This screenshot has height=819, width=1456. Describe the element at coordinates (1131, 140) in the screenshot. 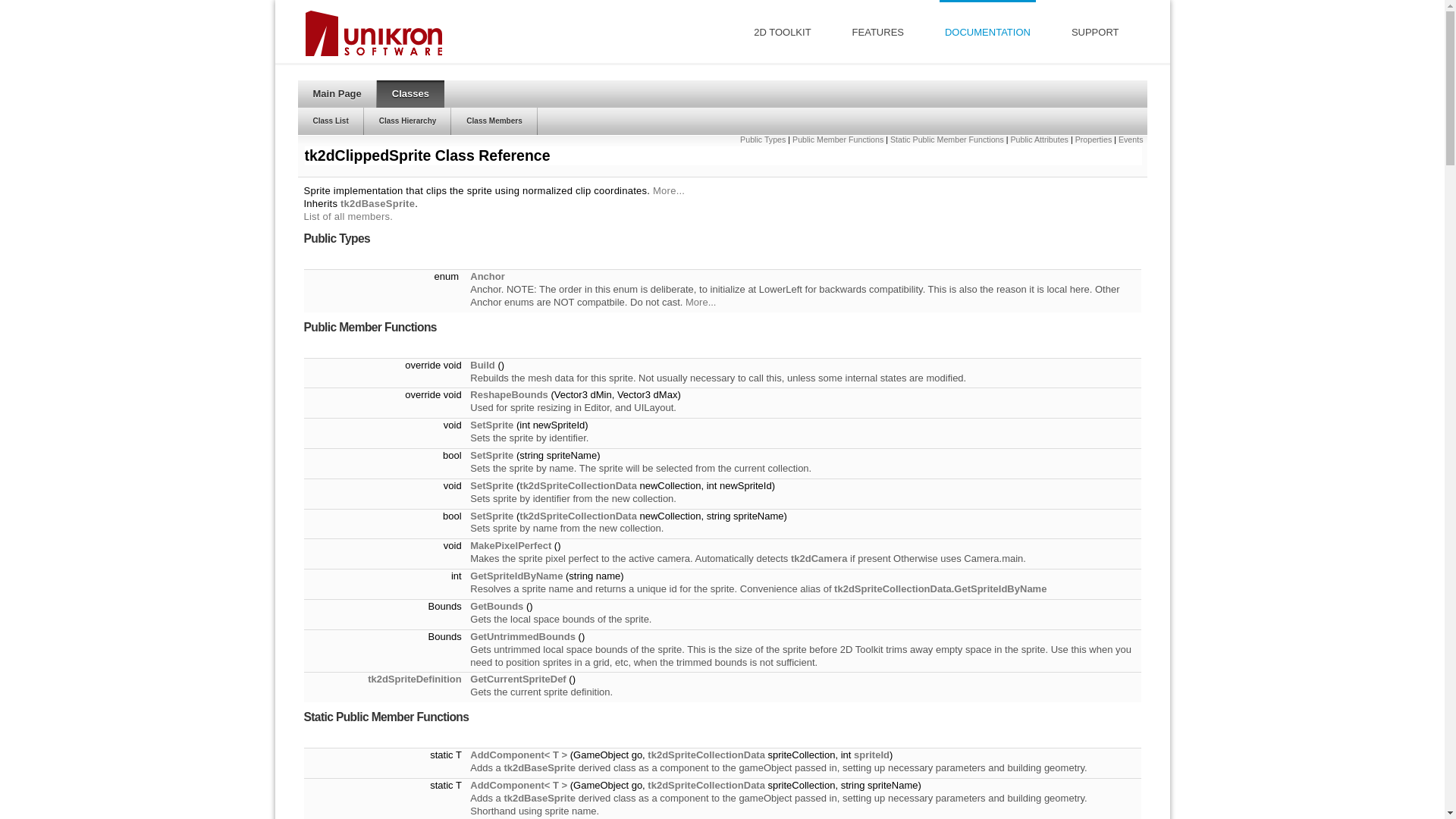

I see `'Events'` at that location.